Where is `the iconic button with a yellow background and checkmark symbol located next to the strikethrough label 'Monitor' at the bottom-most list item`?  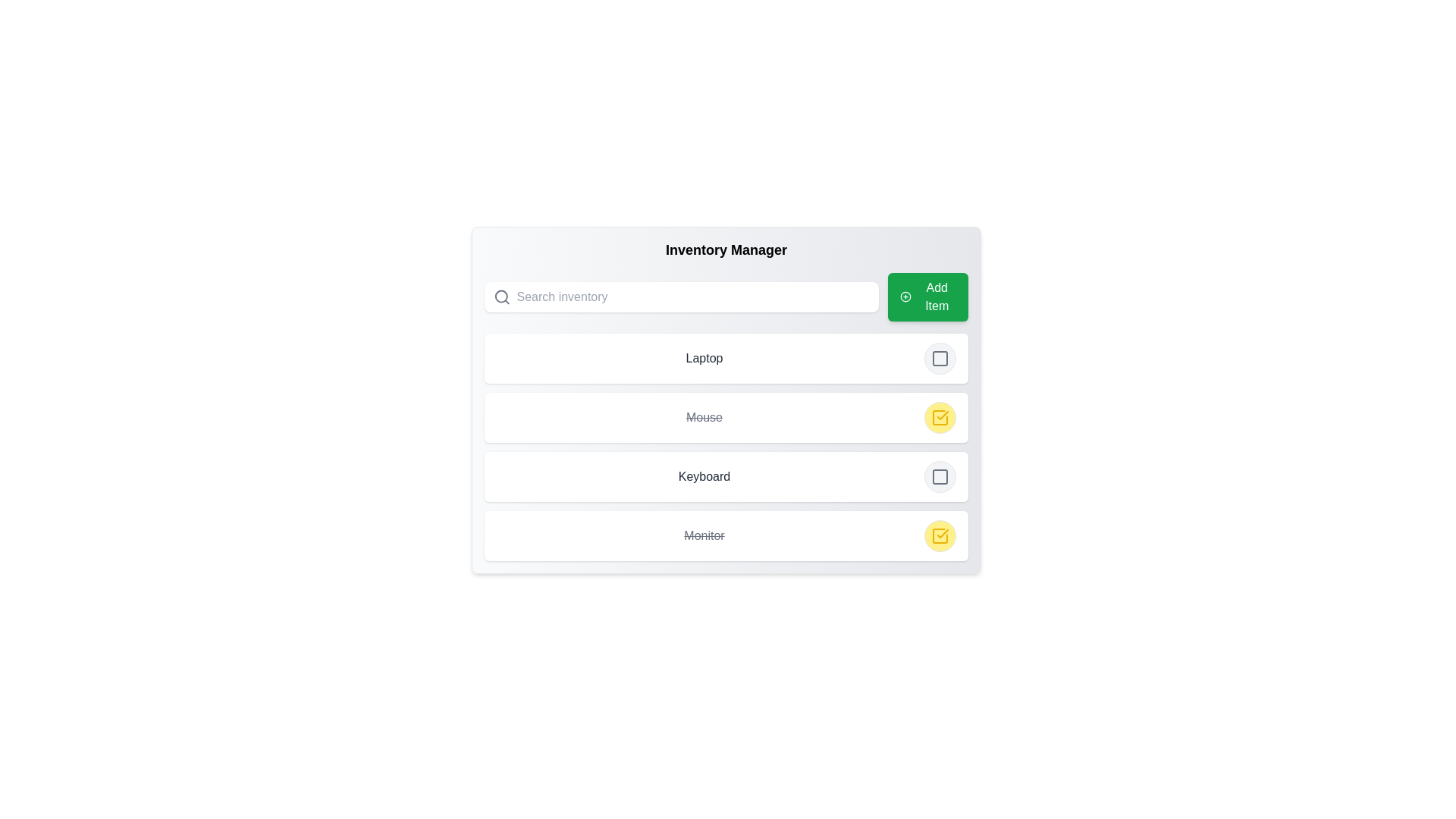
the iconic button with a yellow background and checkmark symbol located next to the strikethrough label 'Monitor' at the bottom-most list item is located at coordinates (939, 535).